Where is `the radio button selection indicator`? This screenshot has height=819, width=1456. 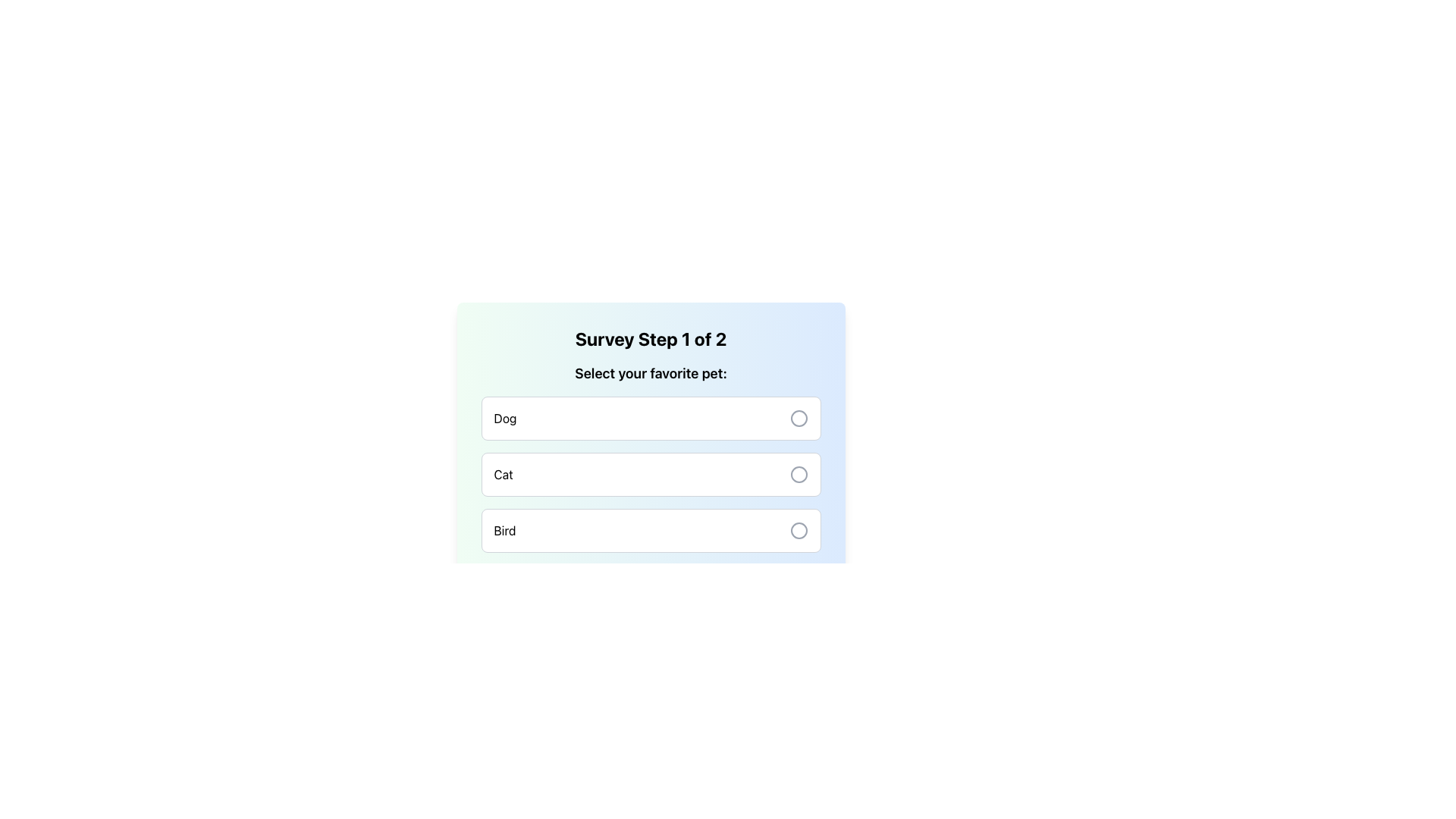 the radio button selection indicator is located at coordinates (798, 473).